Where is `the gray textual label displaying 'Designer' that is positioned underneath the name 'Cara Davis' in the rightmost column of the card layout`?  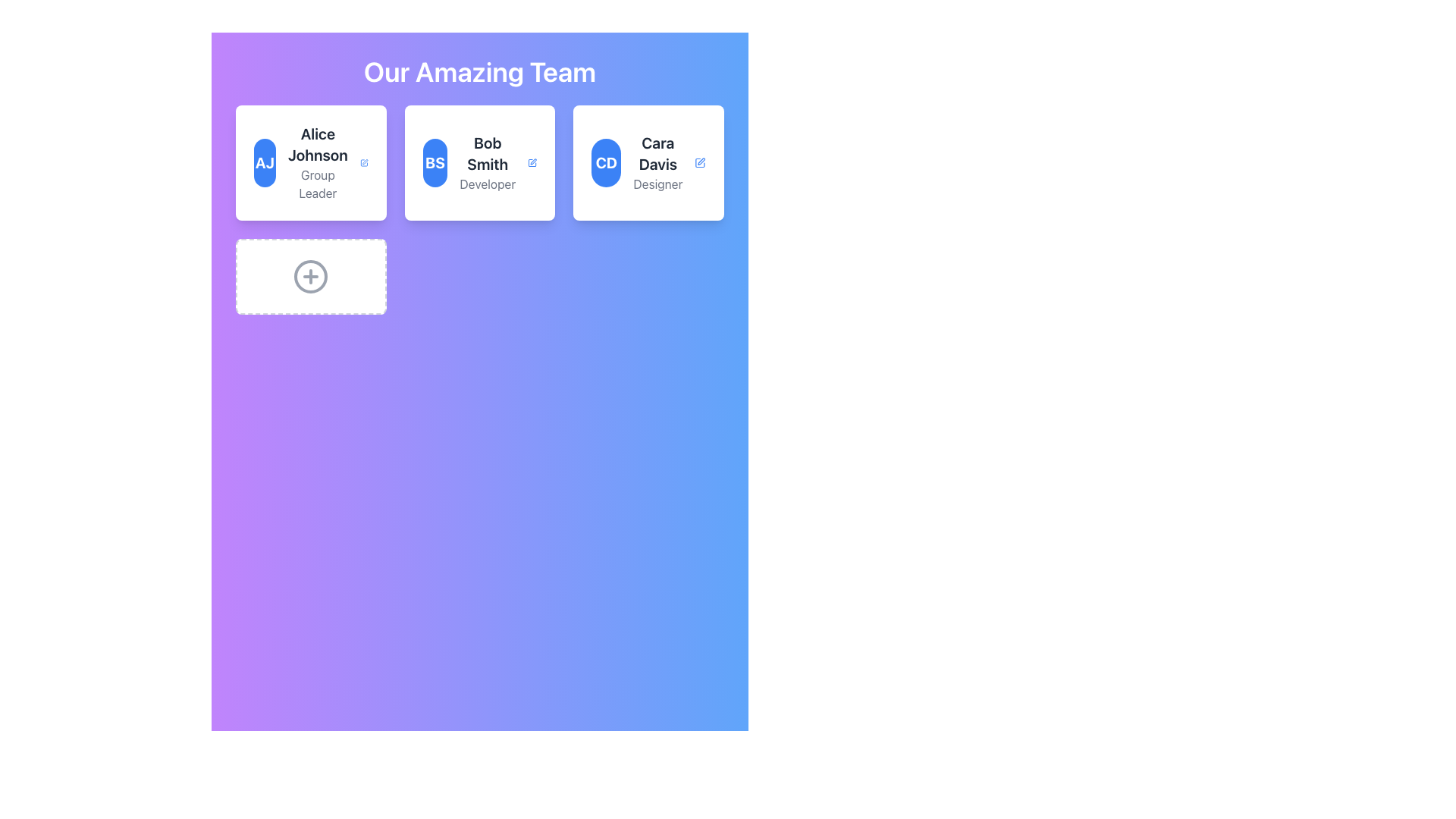
the gray textual label displaying 'Designer' that is positioned underneath the name 'Cara Davis' in the rightmost column of the card layout is located at coordinates (657, 184).